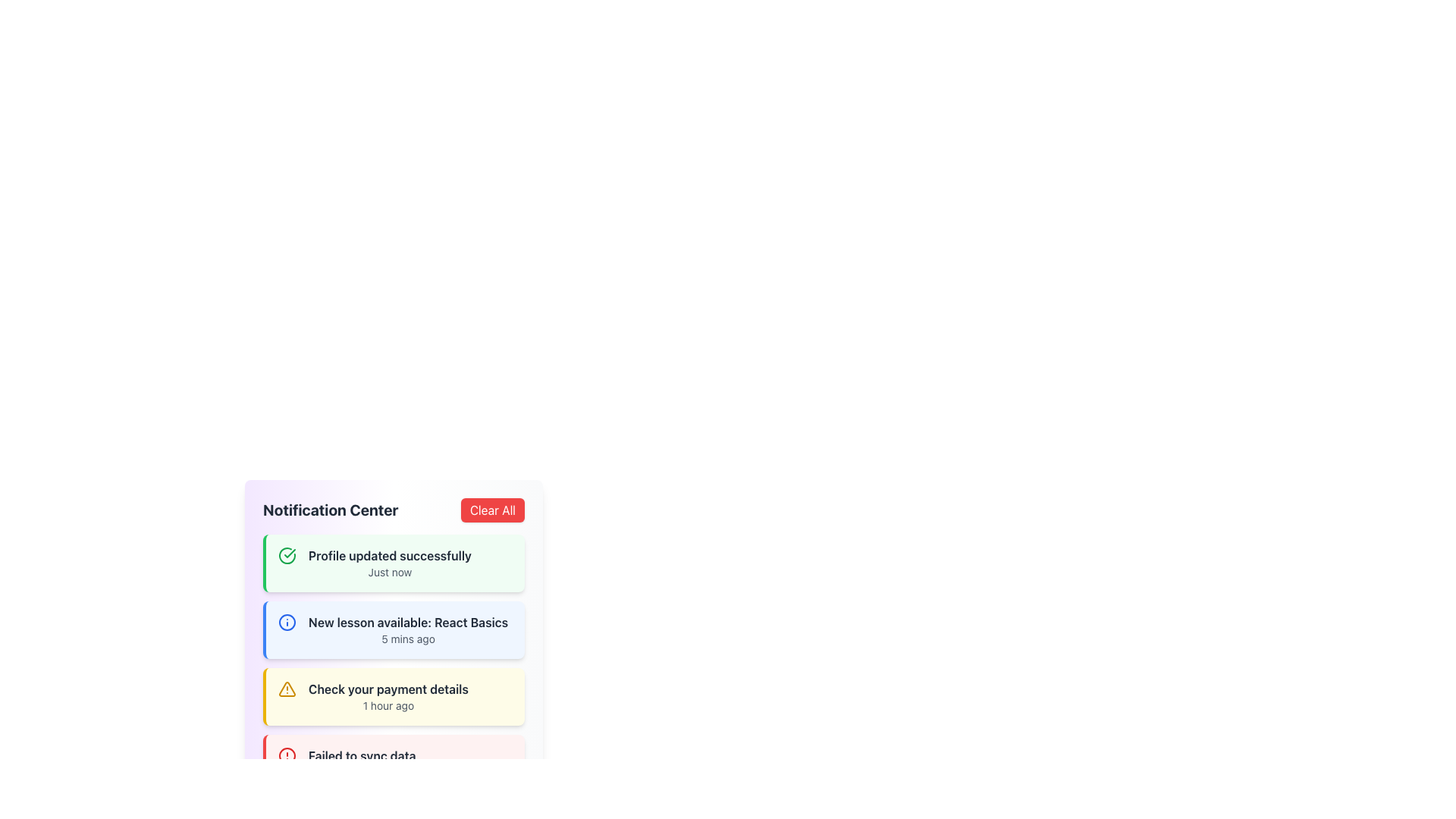 The height and width of the screenshot is (819, 1456). What do you see at coordinates (287, 689) in the screenshot?
I see `the yellow warning triangle icon located in the lower right segment of the interface, next to the notification titled 'Check your payment details.'` at bounding box center [287, 689].